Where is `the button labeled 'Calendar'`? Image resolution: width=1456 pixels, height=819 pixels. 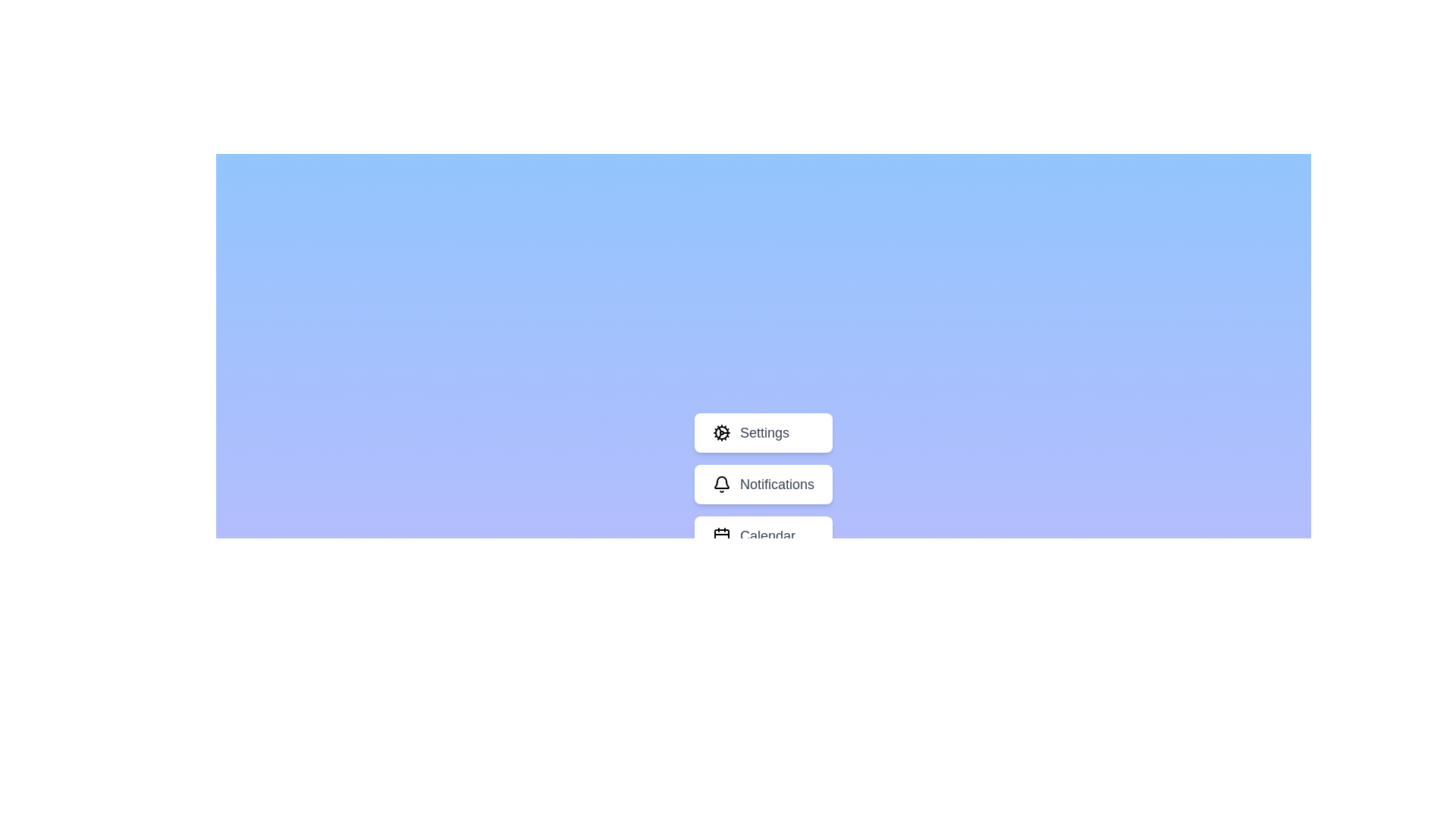 the button labeled 'Calendar' is located at coordinates (764, 535).